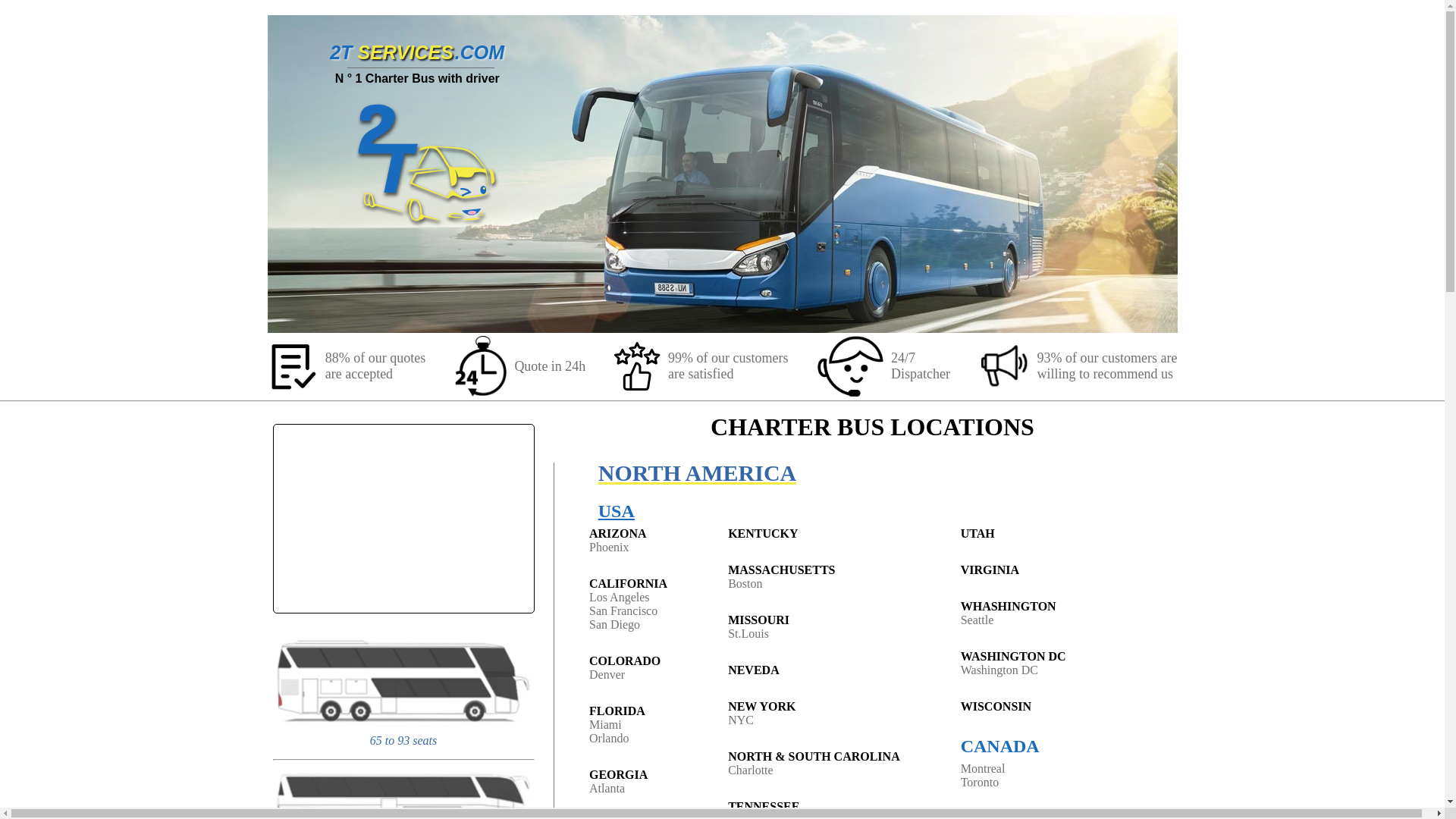  Describe the element at coordinates (728, 770) in the screenshot. I see `'Charlotte'` at that location.